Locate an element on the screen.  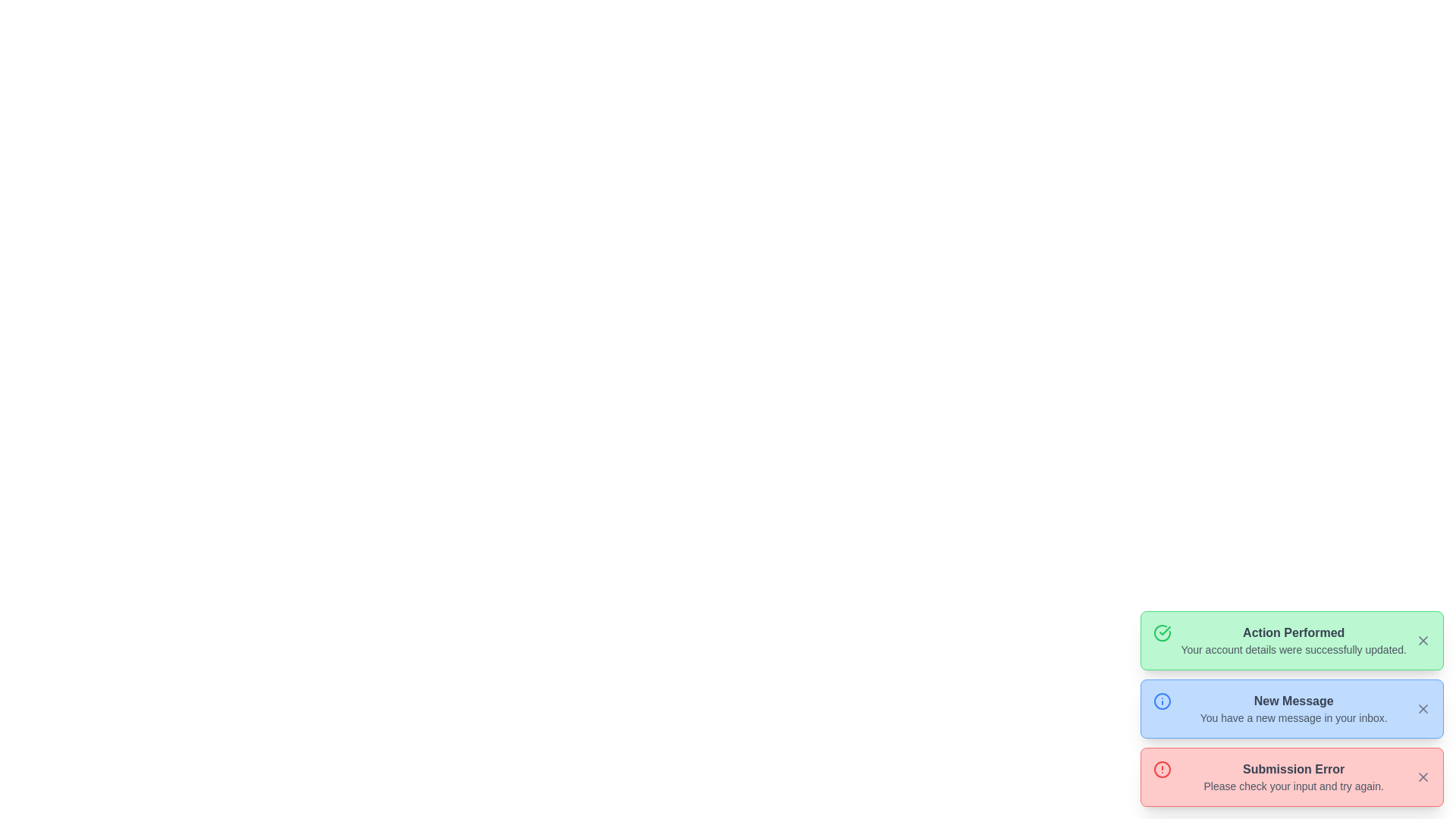
static text content within the green notification area that displays 'Action Performed' and 'Your account details were successfully updated.' is located at coordinates (1293, 640).